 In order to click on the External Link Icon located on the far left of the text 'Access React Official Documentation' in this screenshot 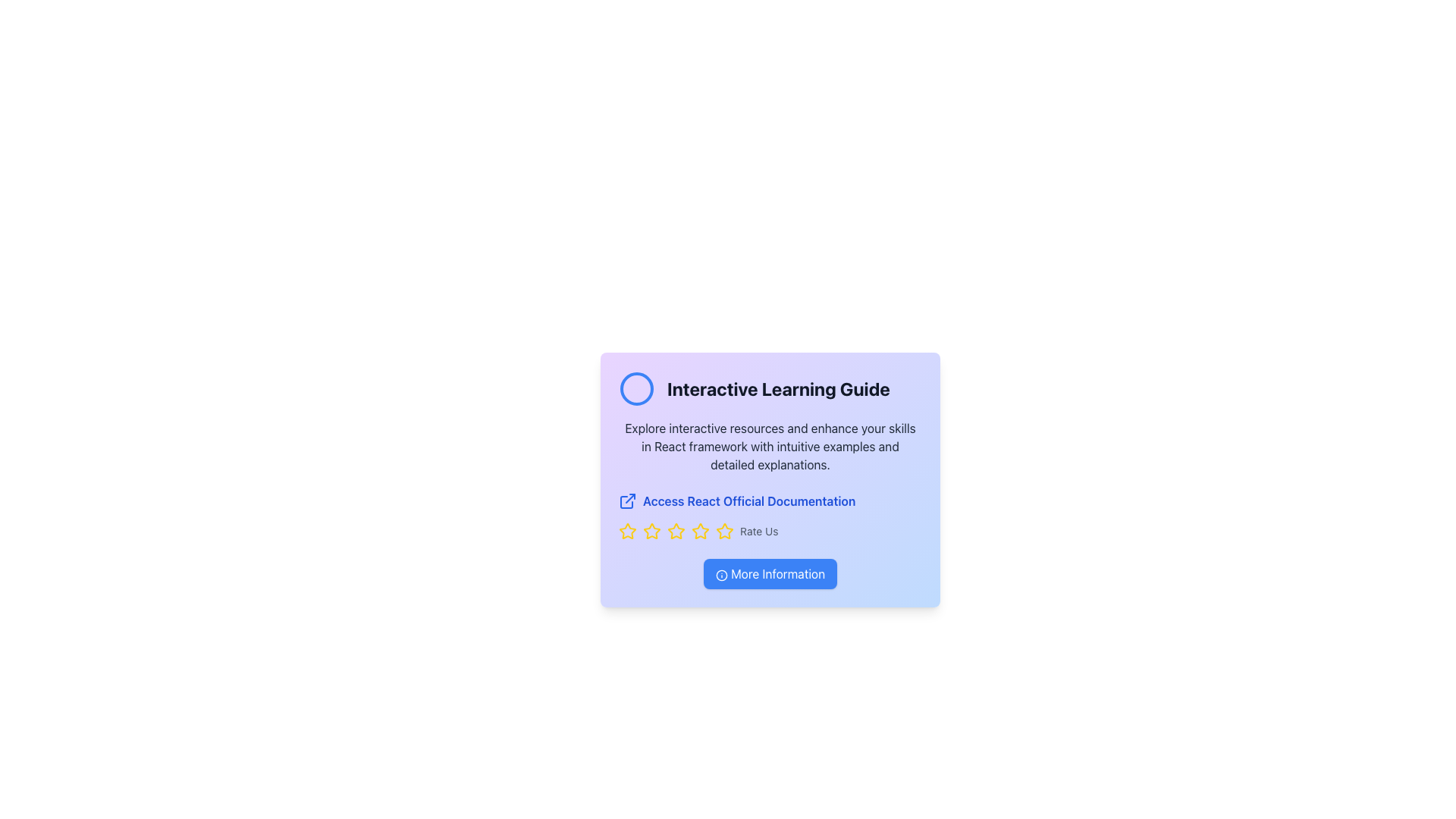, I will do `click(628, 500)`.